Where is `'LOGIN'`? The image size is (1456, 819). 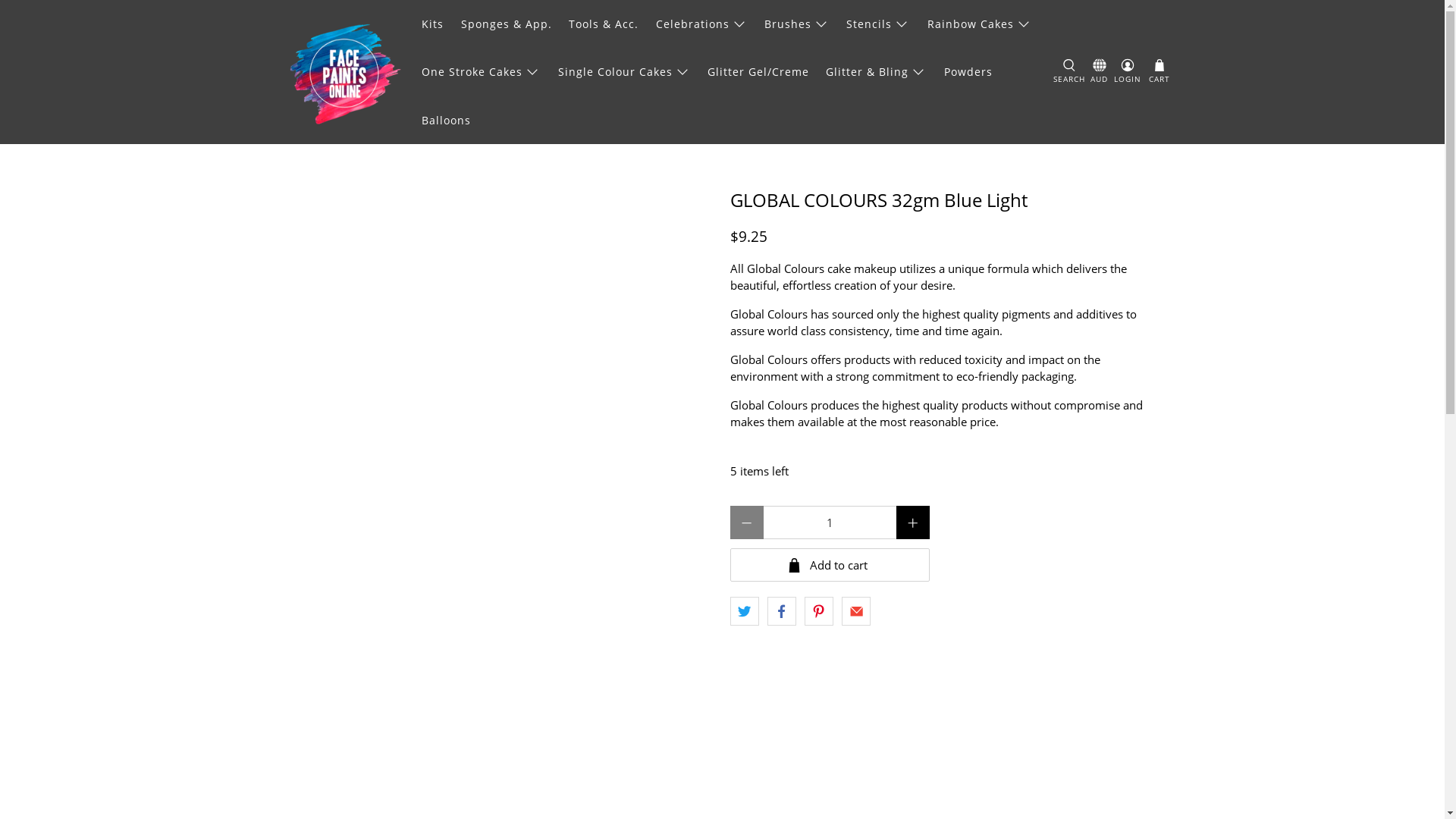
'LOGIN' is located at coordinates (1128, 72).